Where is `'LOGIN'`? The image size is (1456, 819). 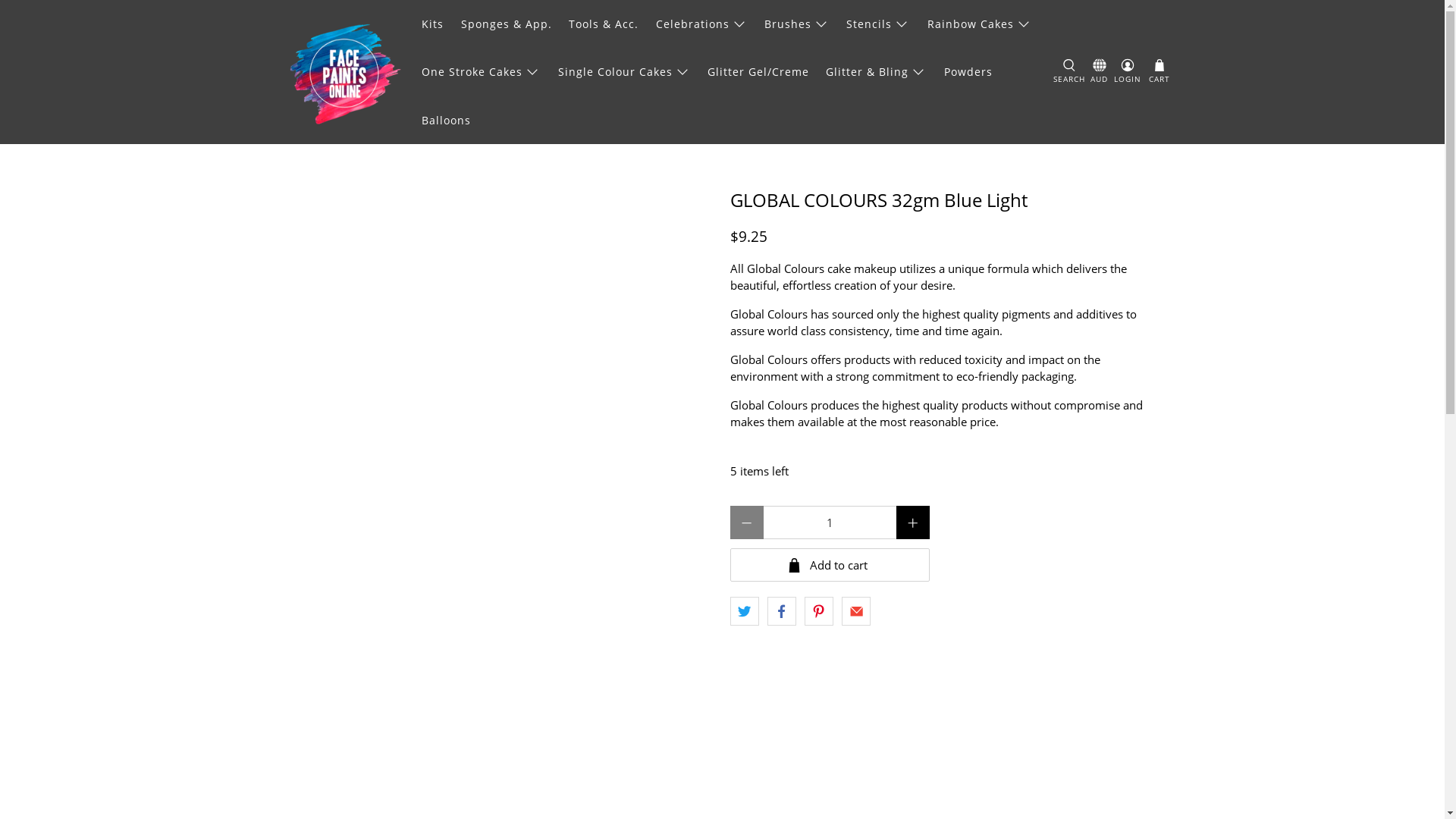
'LOGIN' is located at coordinates (1128, 72).